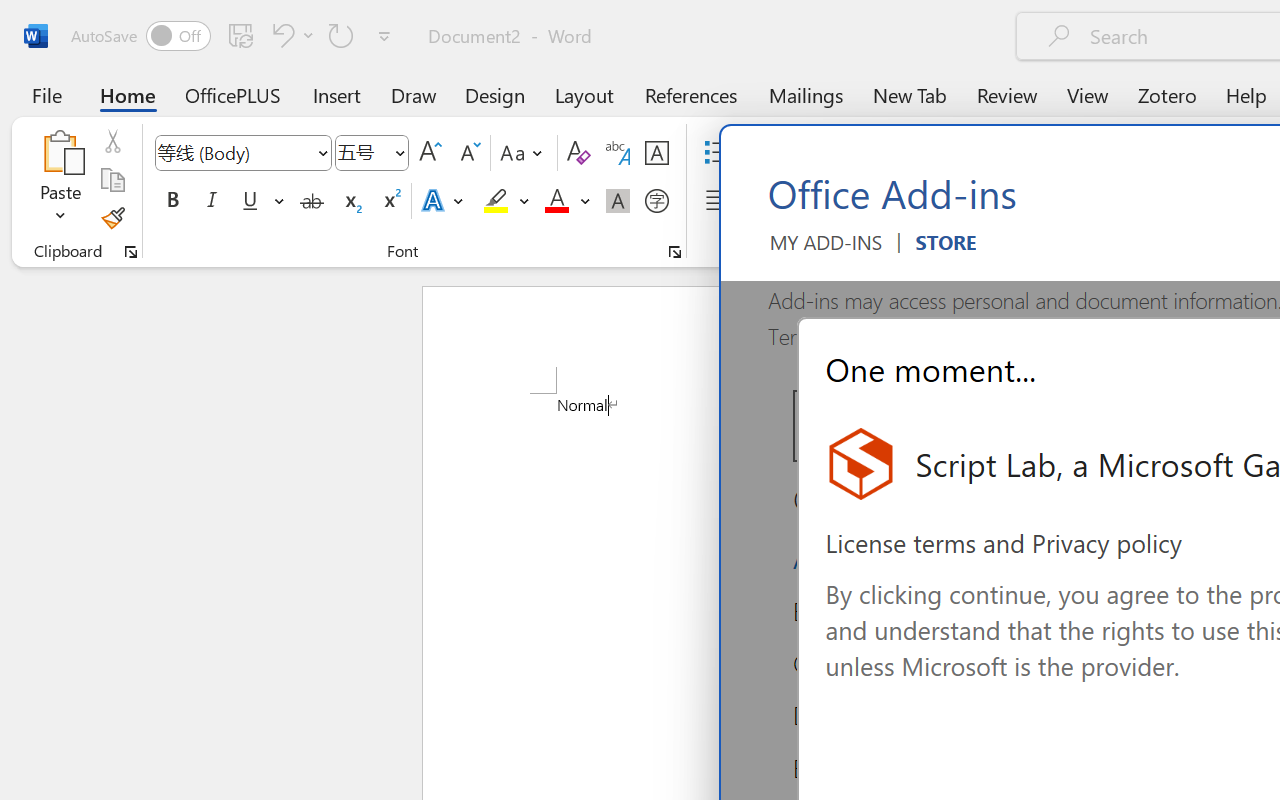 The height and width of the screenshot is (800, 1280). What do you see at coordinates (806, 94) in the screenshot?
I see `'Mailings'` at bounding box center [806, 94].